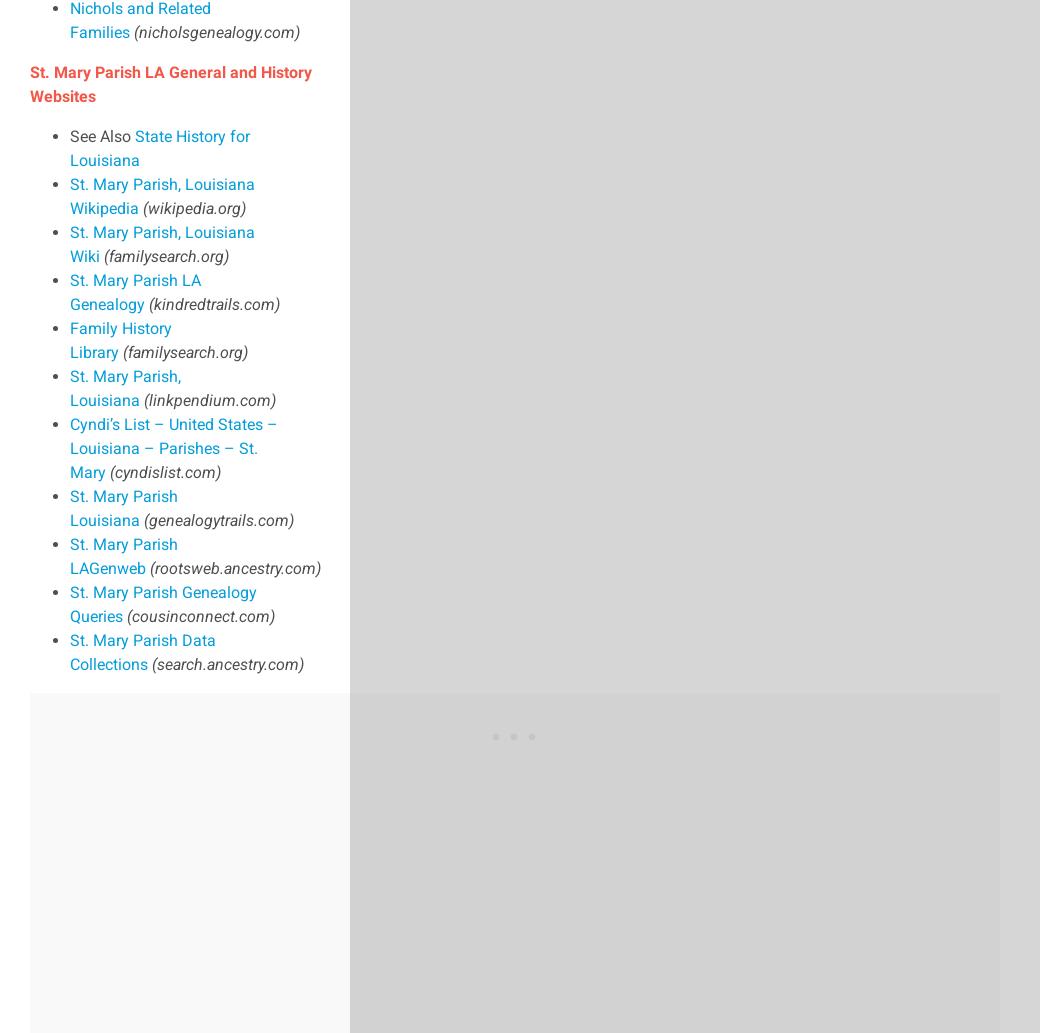 This screenshot has width=1040, height=1033. What do you see at coordinates (235, 566) in the screenshot?
I see `'(rootsweb.ancestry.com)'` at bounding box center [235, 566].